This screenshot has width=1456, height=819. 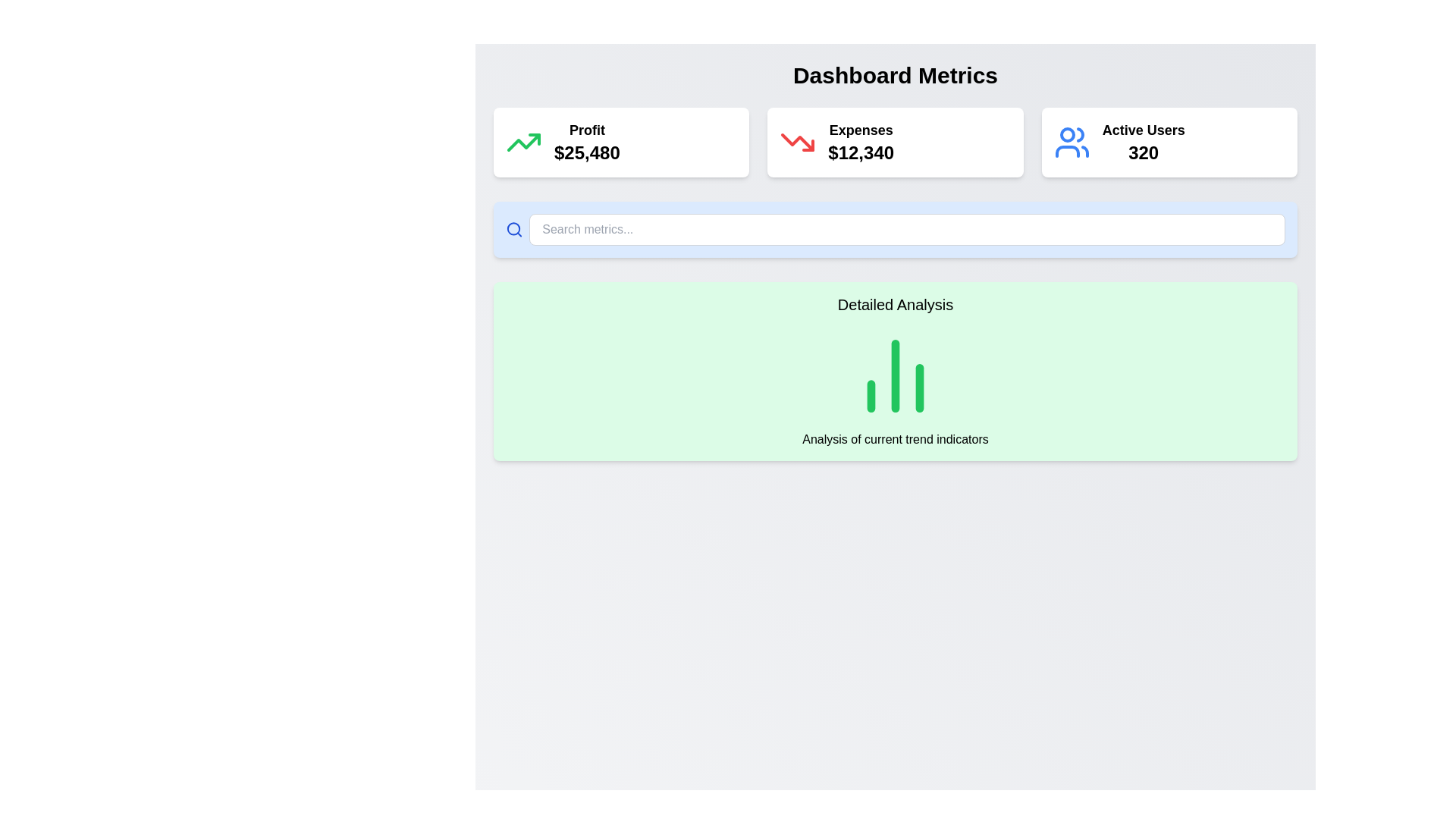 What do you see at coordinates (895, 230) in the screenshot?
I see `the search input field located centrally below the statistics widgets and above the 'Detailed Analysis' section` at bounding box center [895, 230].